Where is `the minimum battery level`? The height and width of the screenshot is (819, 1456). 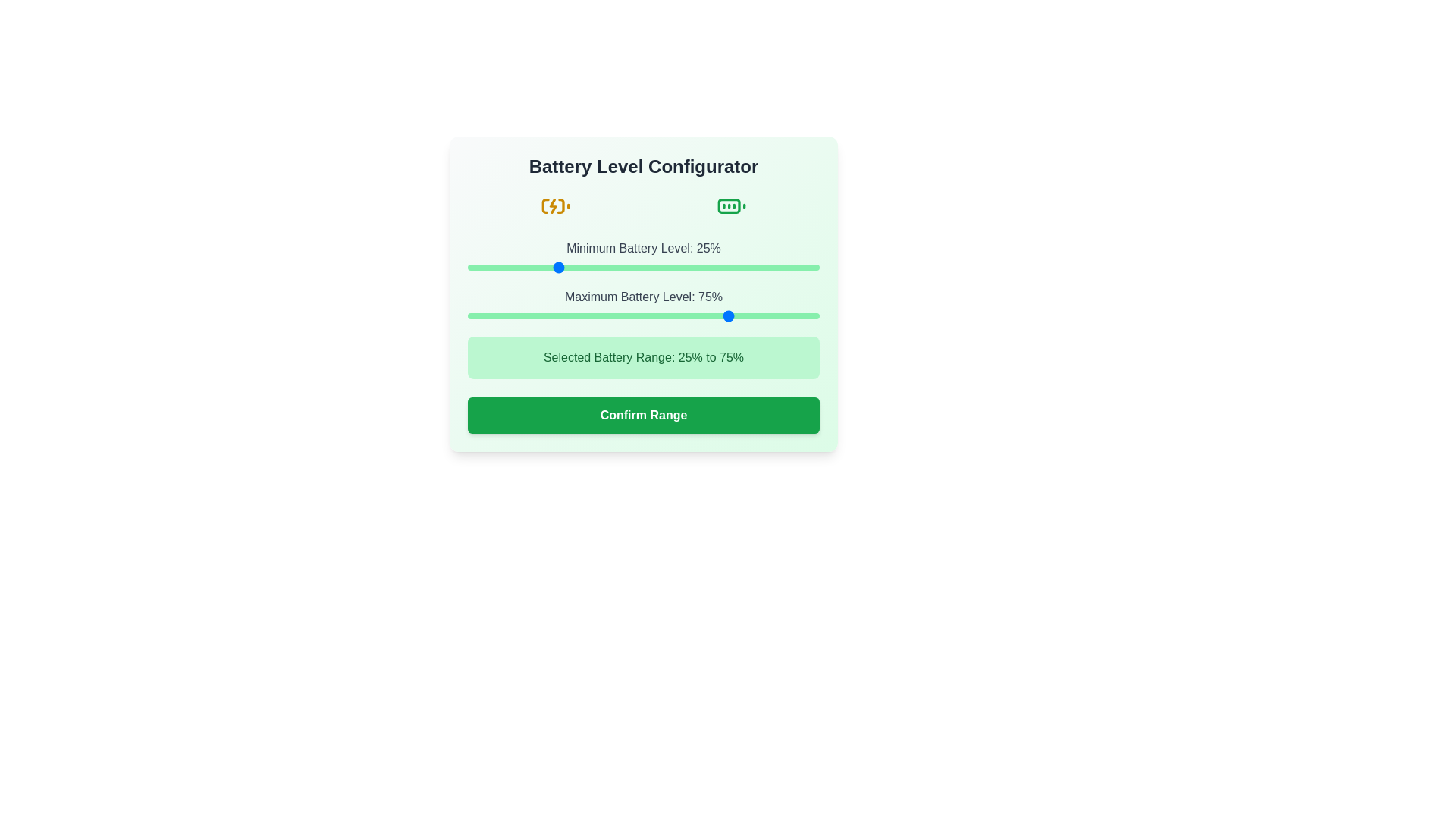 the minimum battery level is located at coordinates (636, 267).